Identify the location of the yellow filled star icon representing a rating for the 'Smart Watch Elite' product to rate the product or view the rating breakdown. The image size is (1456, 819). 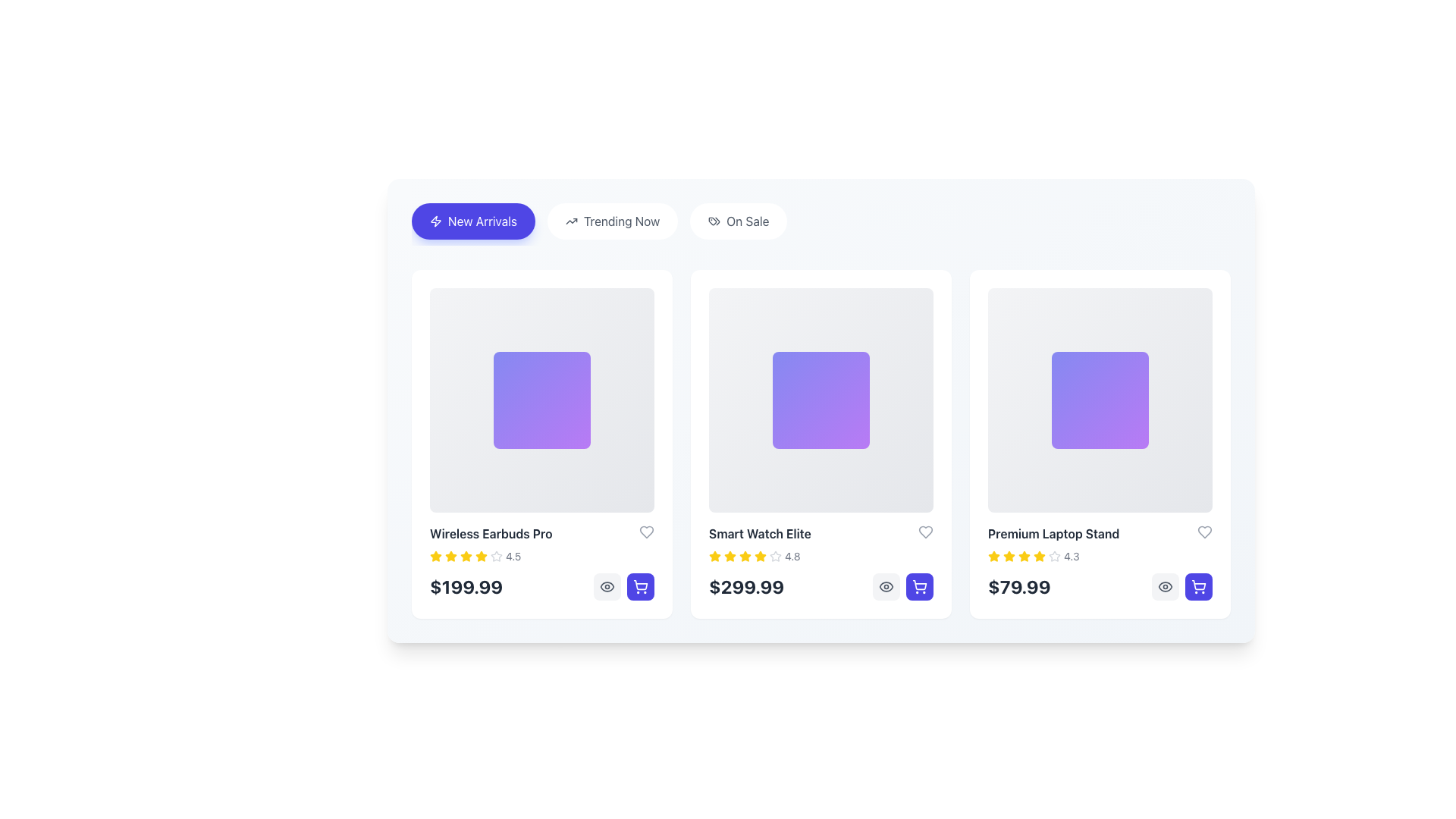
(730, 556).